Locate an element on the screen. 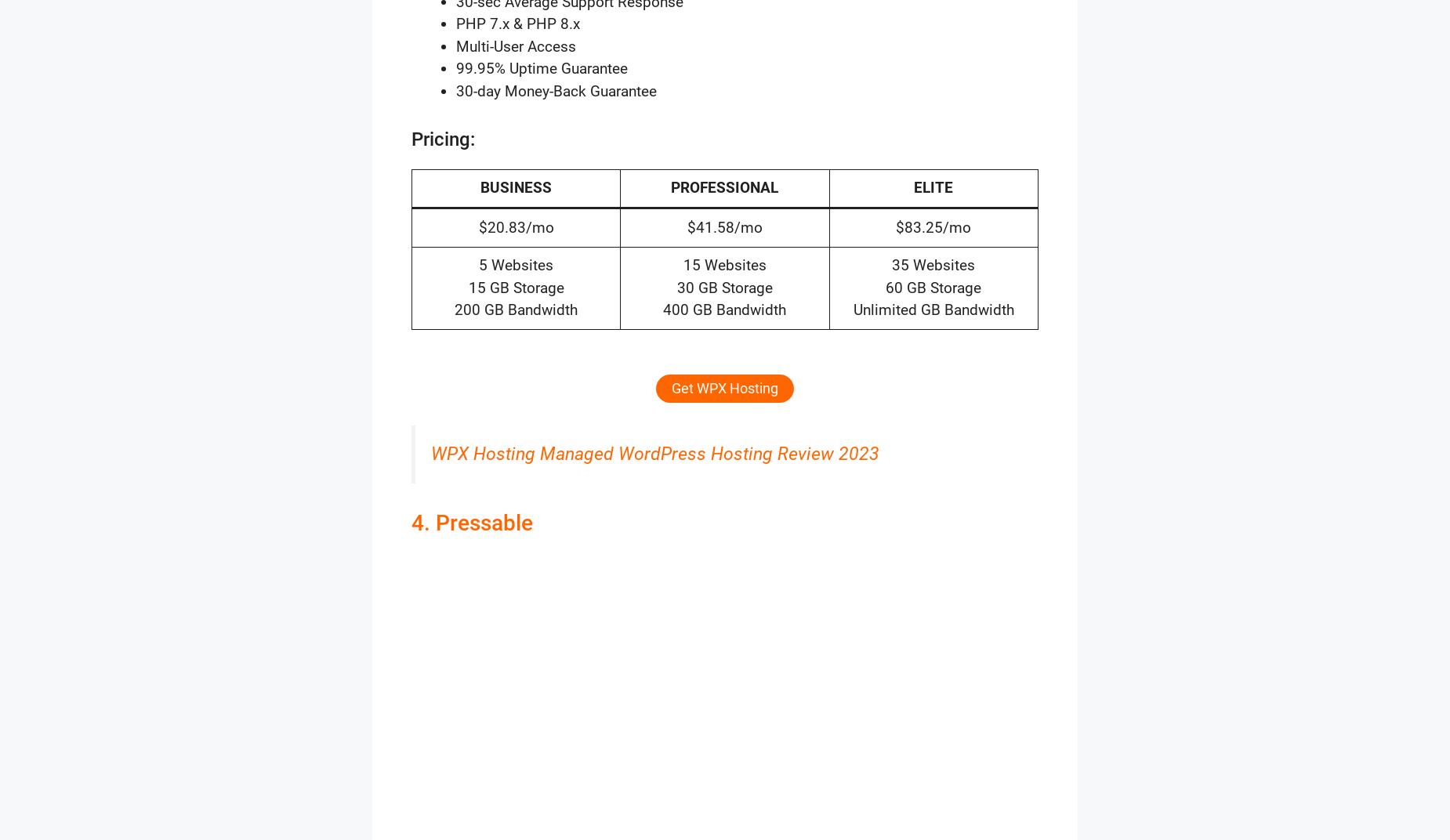  '35 Websites' is located at coordinates (933, 265).